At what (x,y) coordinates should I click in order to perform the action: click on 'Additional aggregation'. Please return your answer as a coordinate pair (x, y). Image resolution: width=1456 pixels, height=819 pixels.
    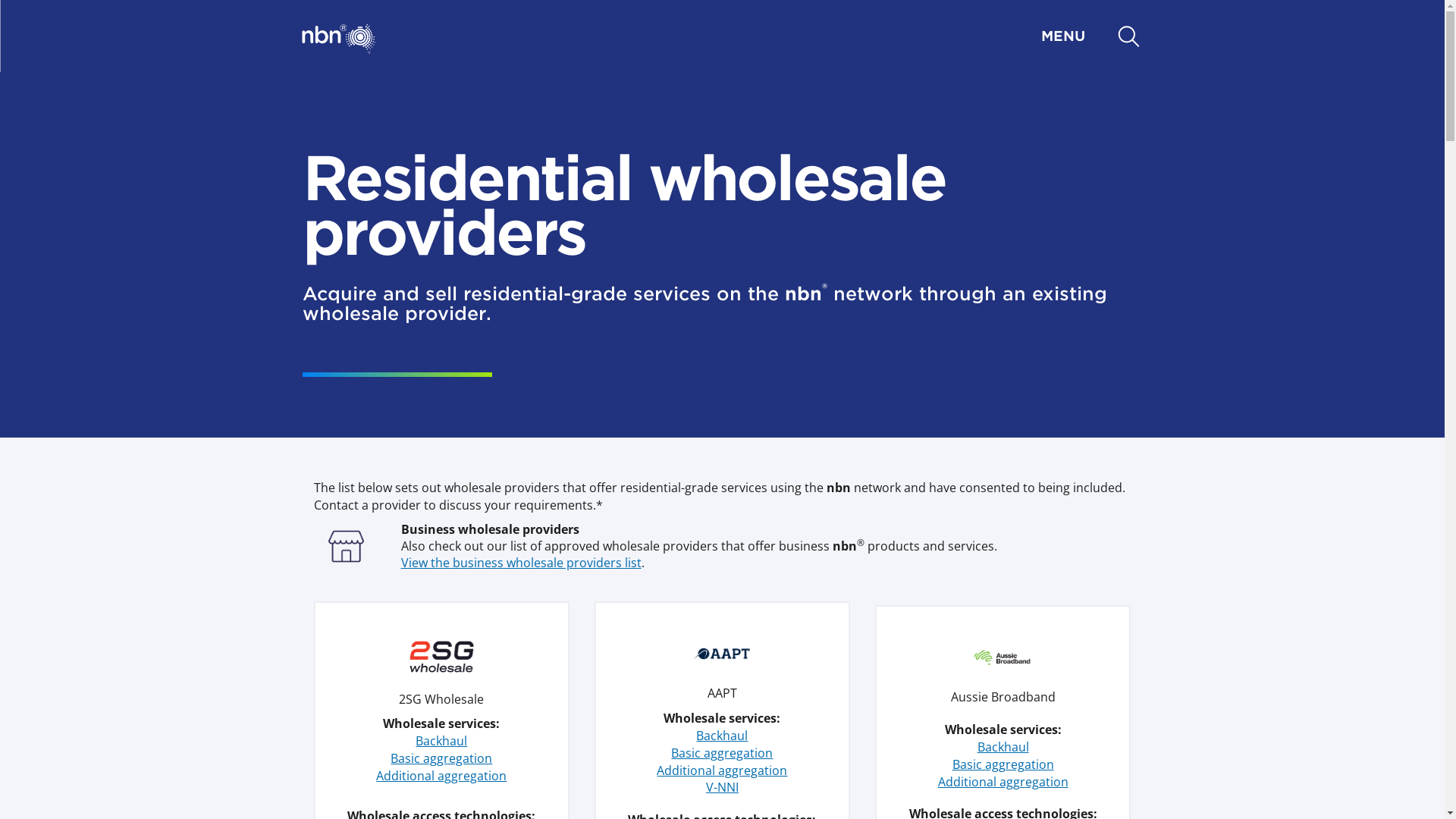
    Looking at the image, I should click on (440, 775).